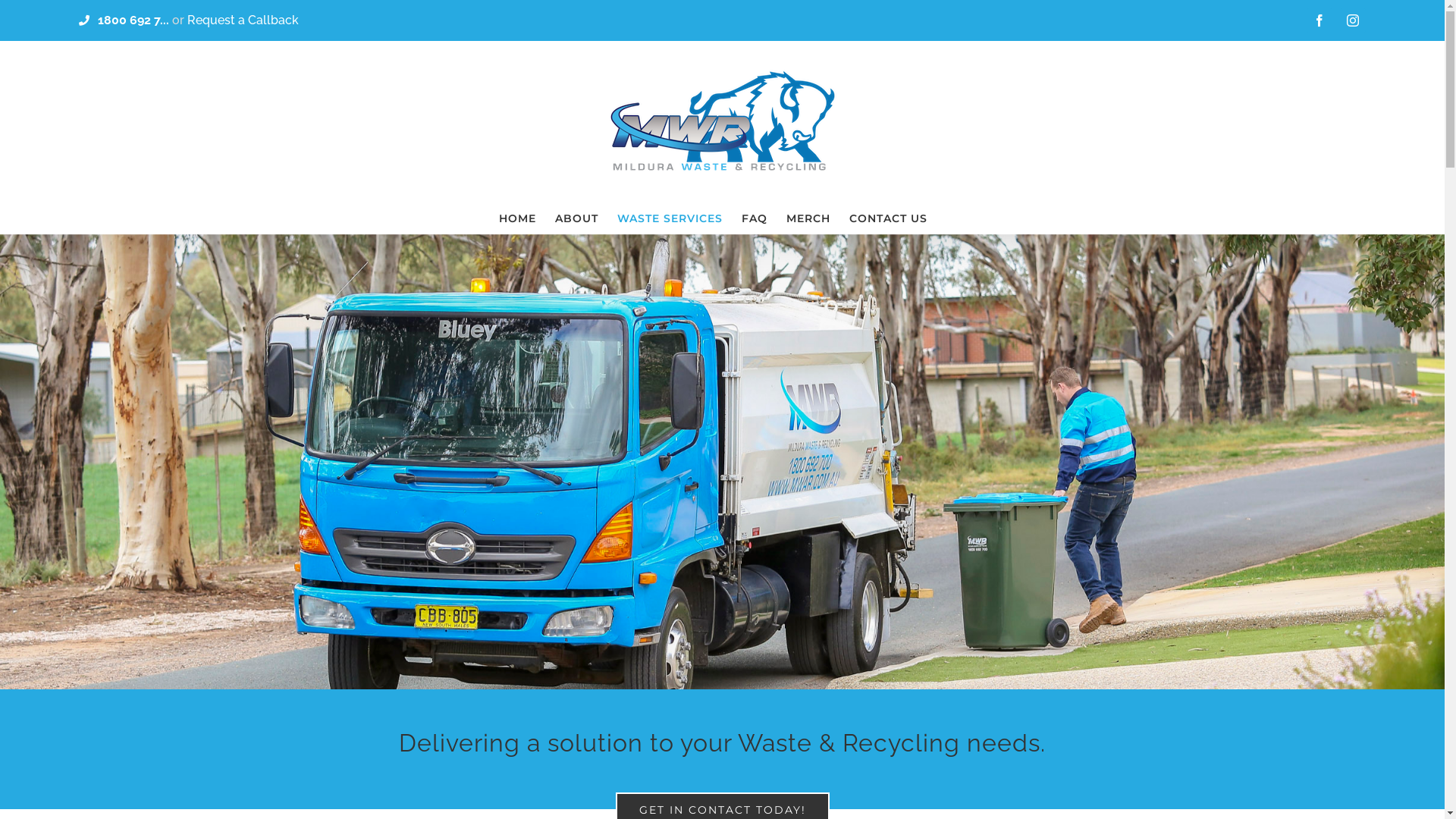 Image resolution: width=1456 pixels, height=819 pixels. I want to click on 'MERCH', so click(807, 218).